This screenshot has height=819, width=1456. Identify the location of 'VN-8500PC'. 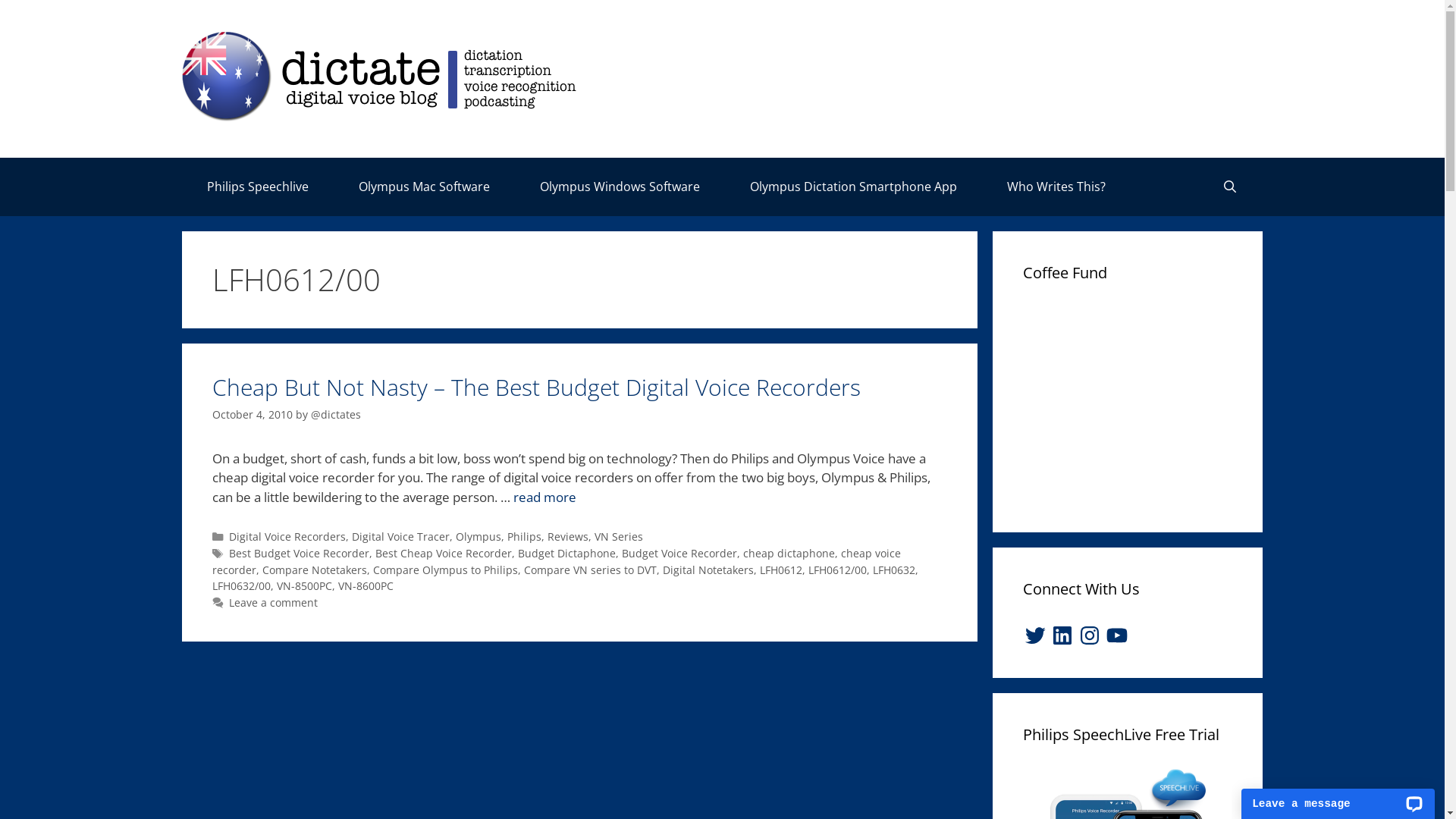
(303, 585).